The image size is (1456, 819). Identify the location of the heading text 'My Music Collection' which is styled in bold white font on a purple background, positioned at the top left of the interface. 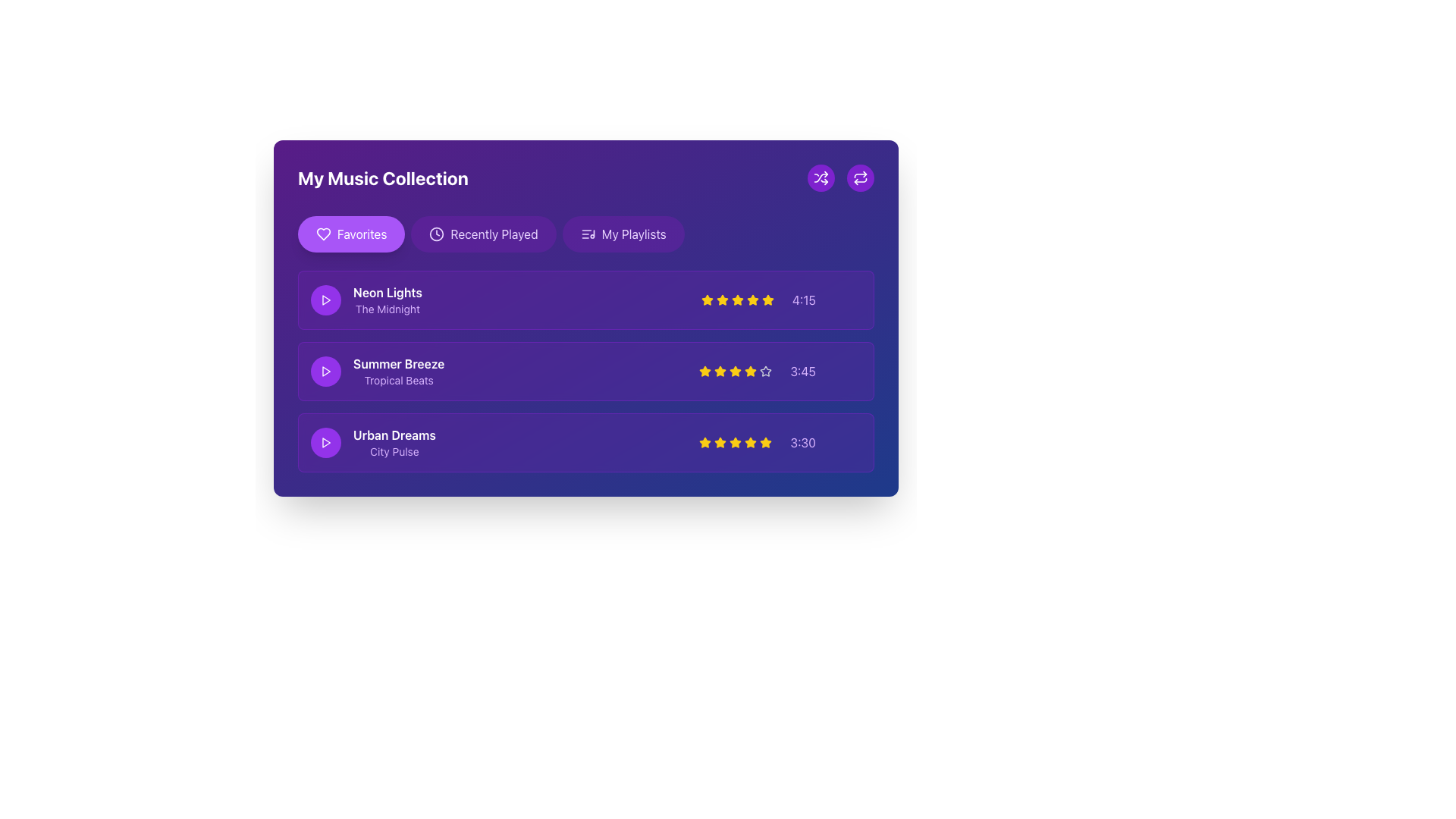
(383, 177).